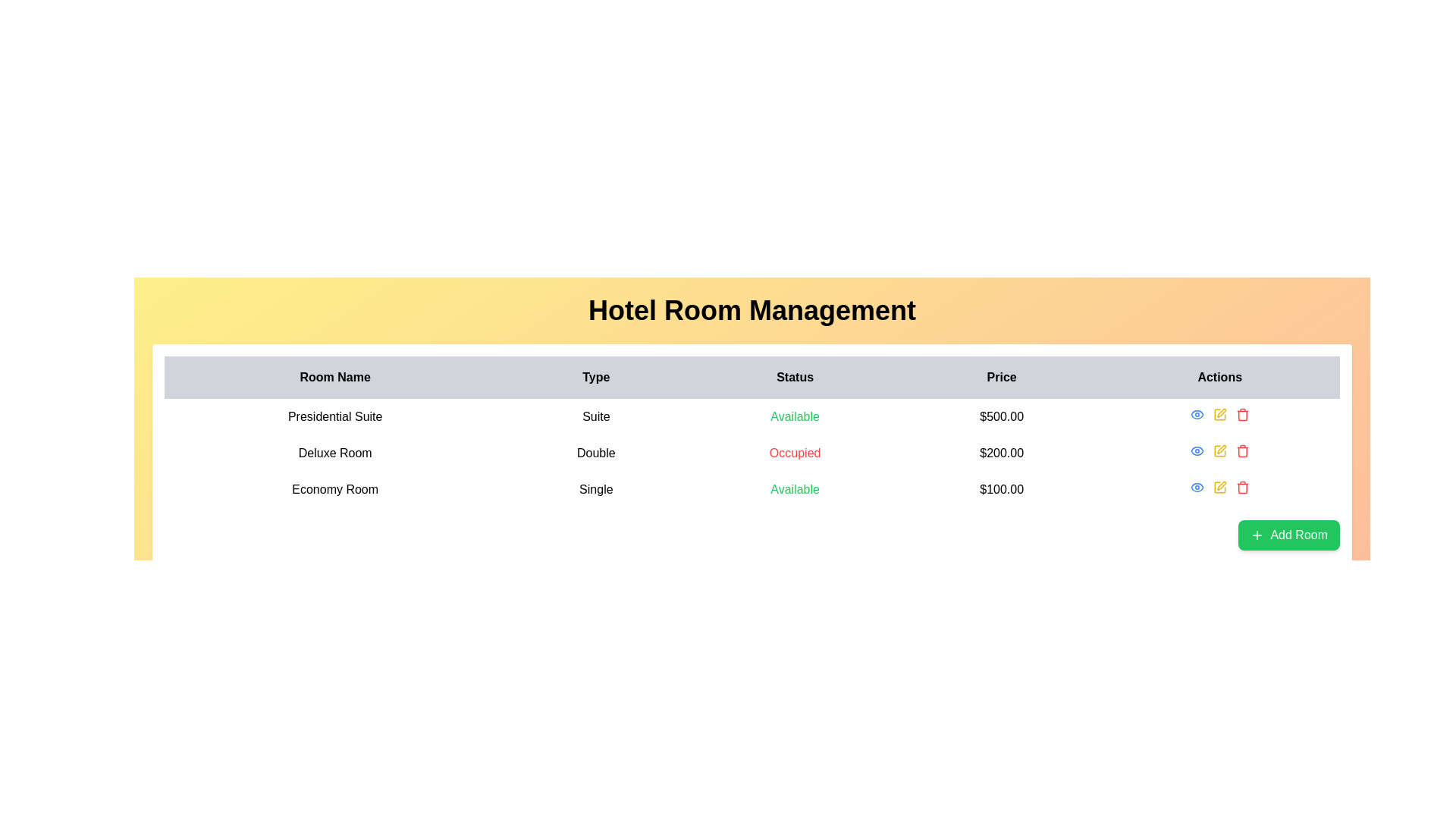 The height and width of the screenshot is (819, 1456). Describe the element at coordinates (1242, 415) in the screenshot. I see `the delete button located in the 'Actions' column of the first row in the table` at that location.